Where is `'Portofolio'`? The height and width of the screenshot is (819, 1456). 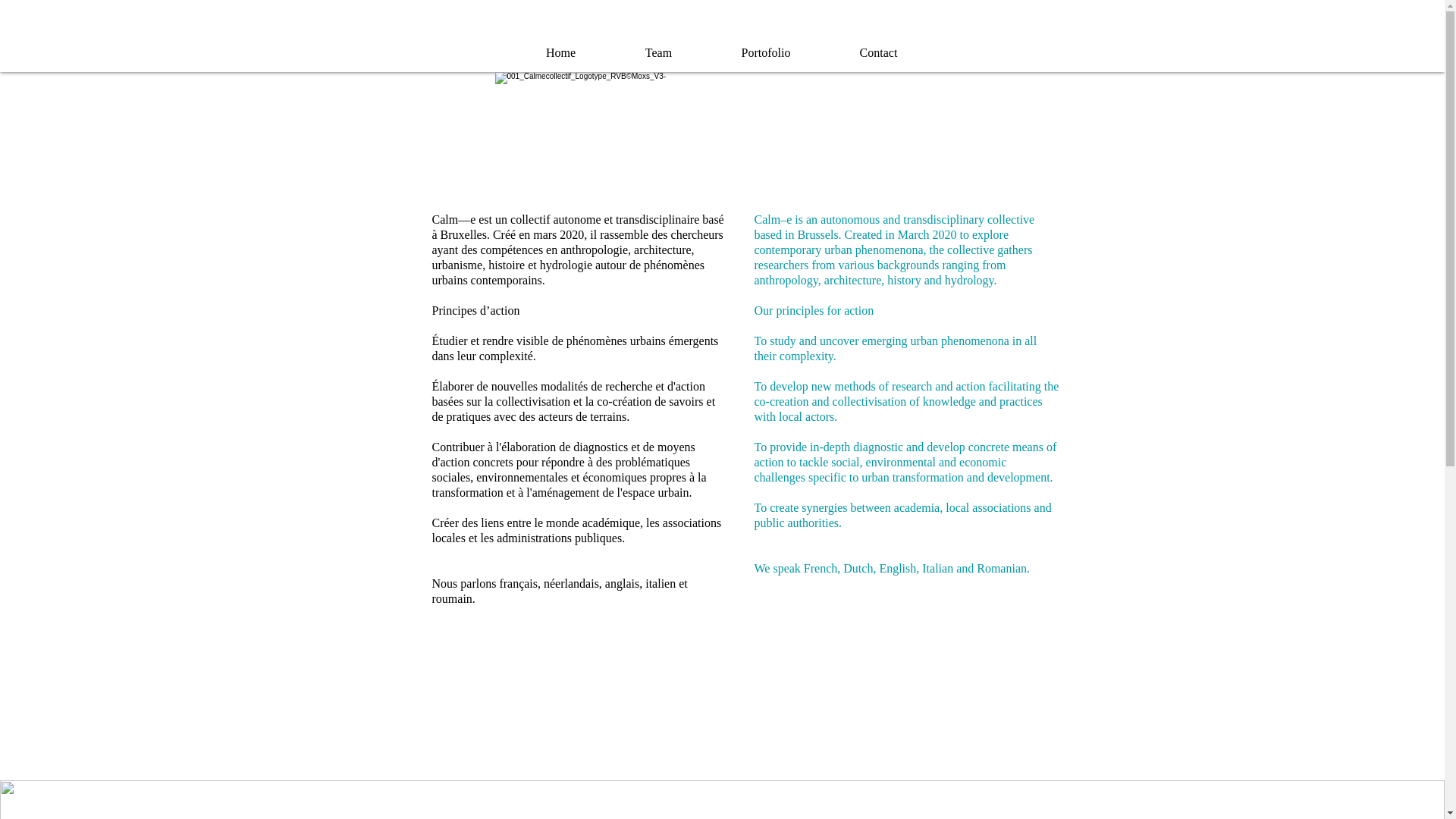
'Portofolio' is located at coordinates (765, 52).